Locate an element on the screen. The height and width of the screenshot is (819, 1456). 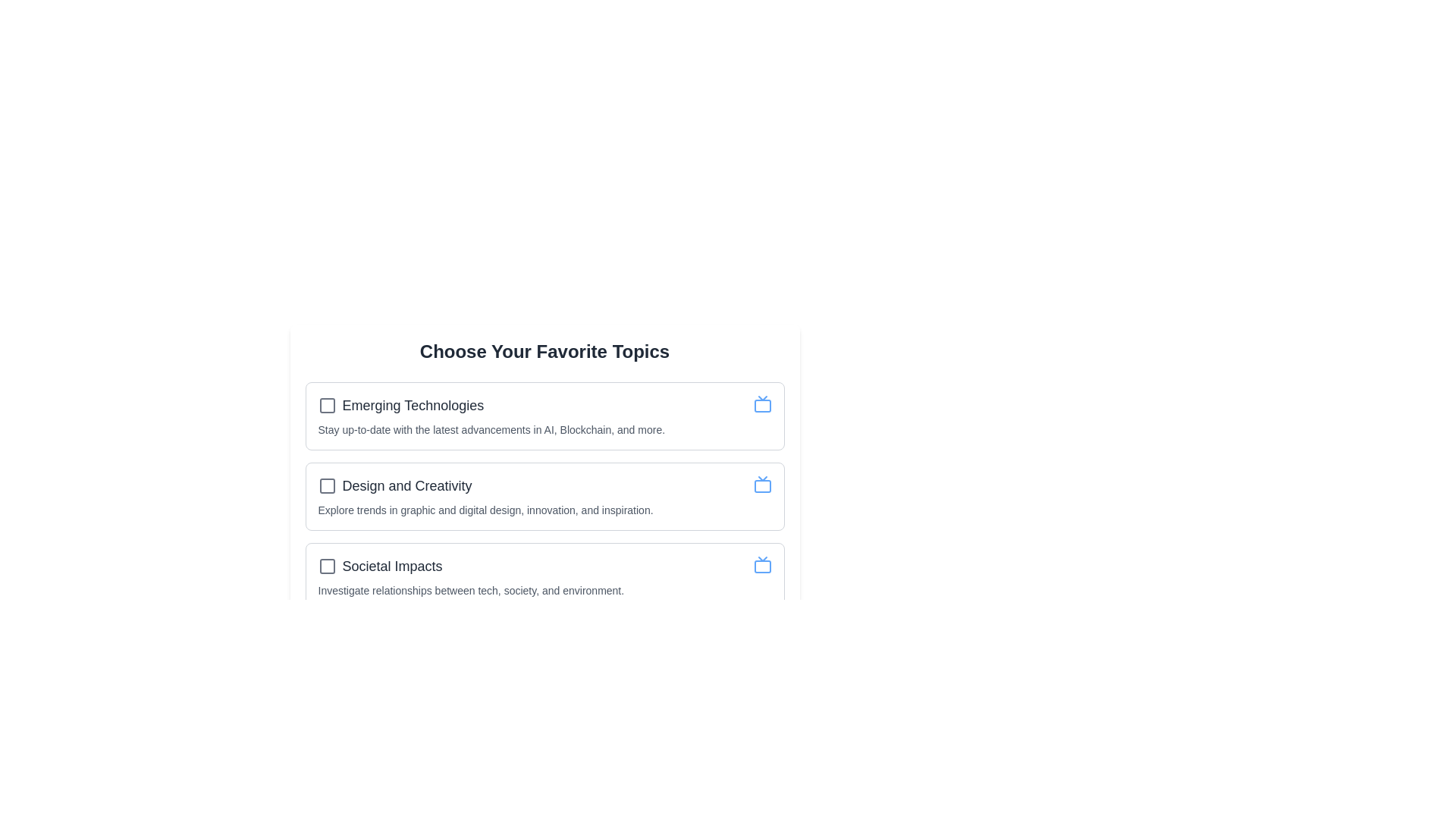
text label titled 'Design and Creativity' which is the second item in a vertically stacked list of topics, located to the right of the checkbox icon is located at coordinates (407, 485).